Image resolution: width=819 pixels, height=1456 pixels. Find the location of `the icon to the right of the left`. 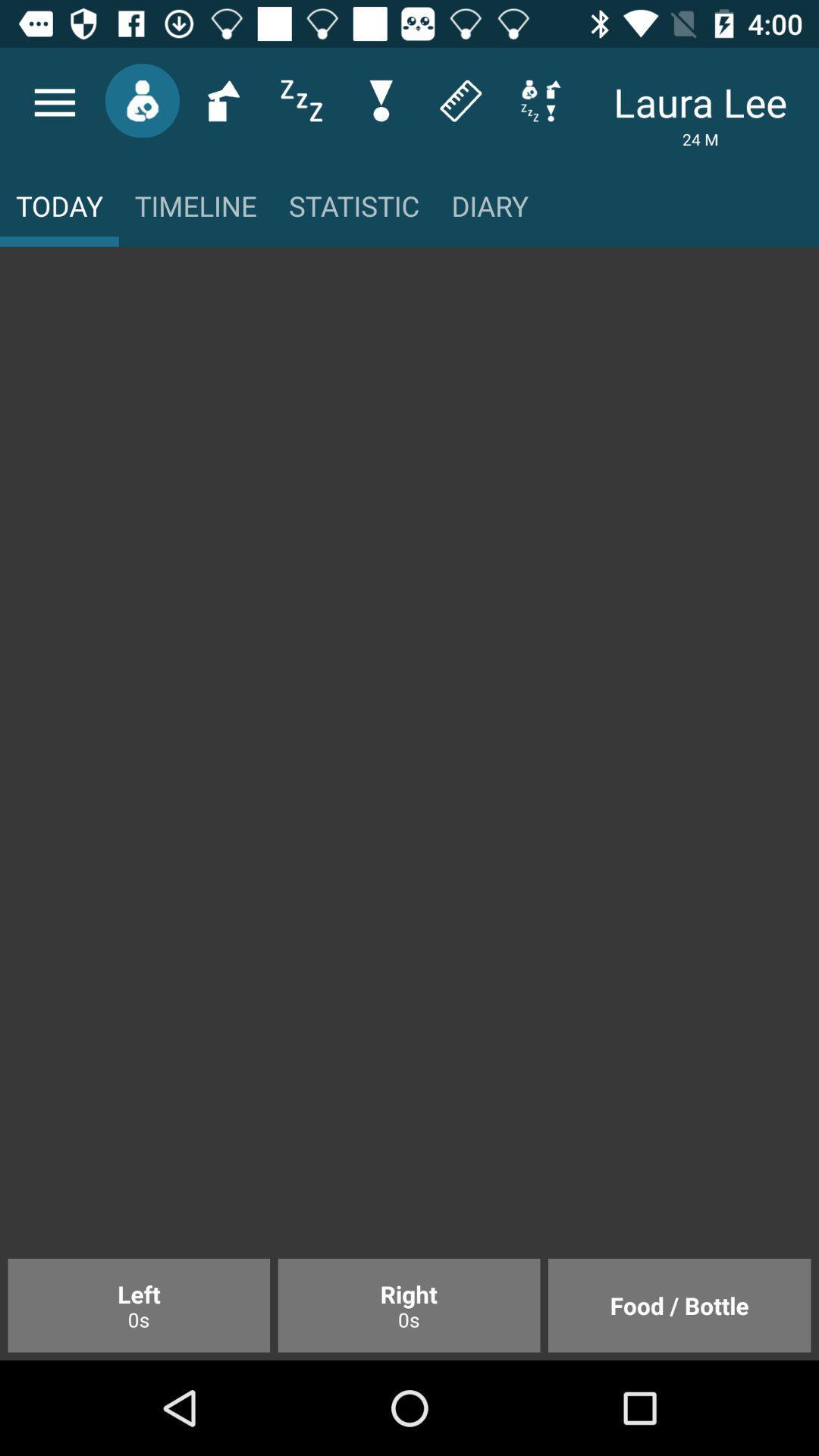

the icon to the right of the left is located at coordinates (408, 1304).